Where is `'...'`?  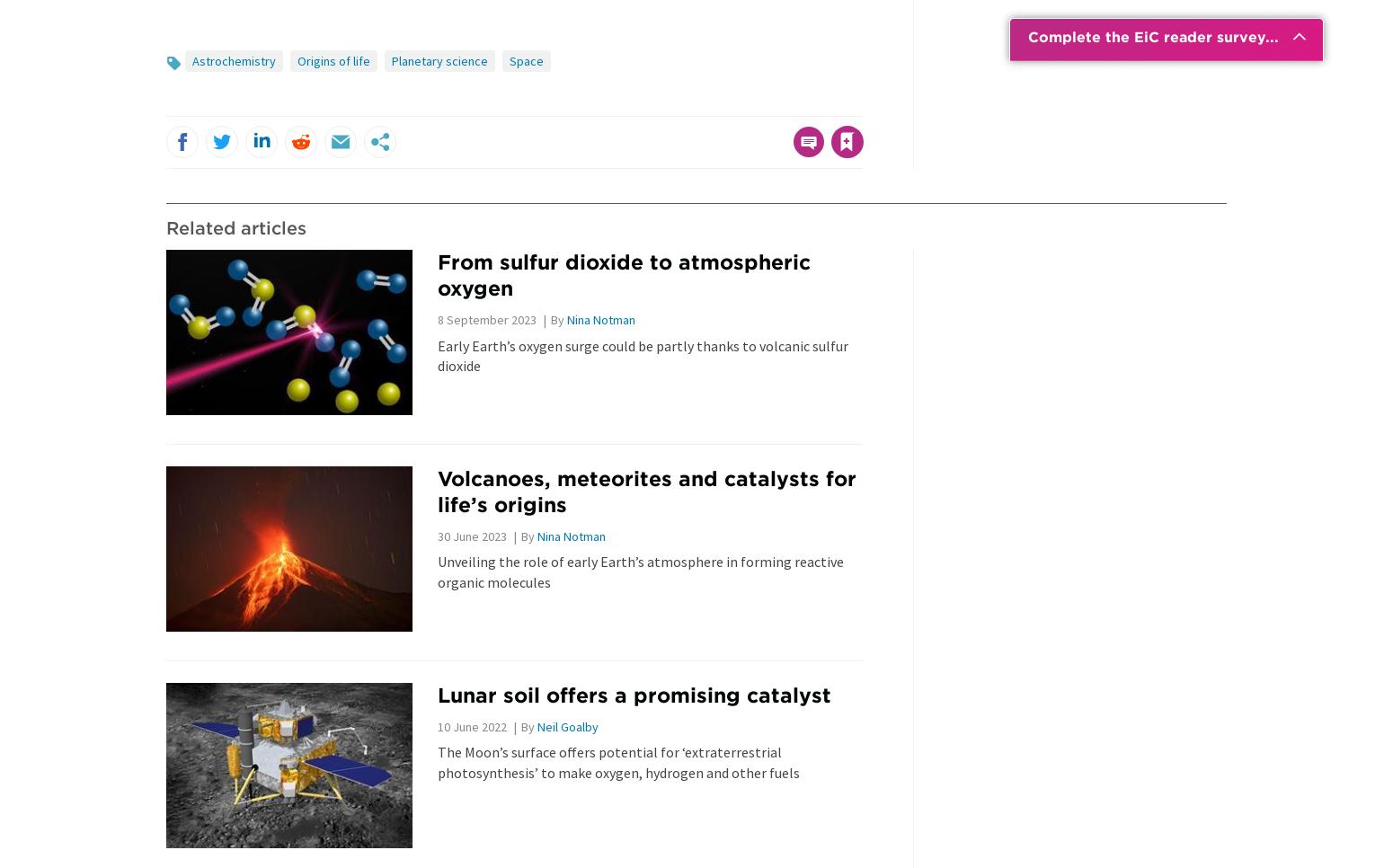 '...' is located at coordinates (1270, 36).